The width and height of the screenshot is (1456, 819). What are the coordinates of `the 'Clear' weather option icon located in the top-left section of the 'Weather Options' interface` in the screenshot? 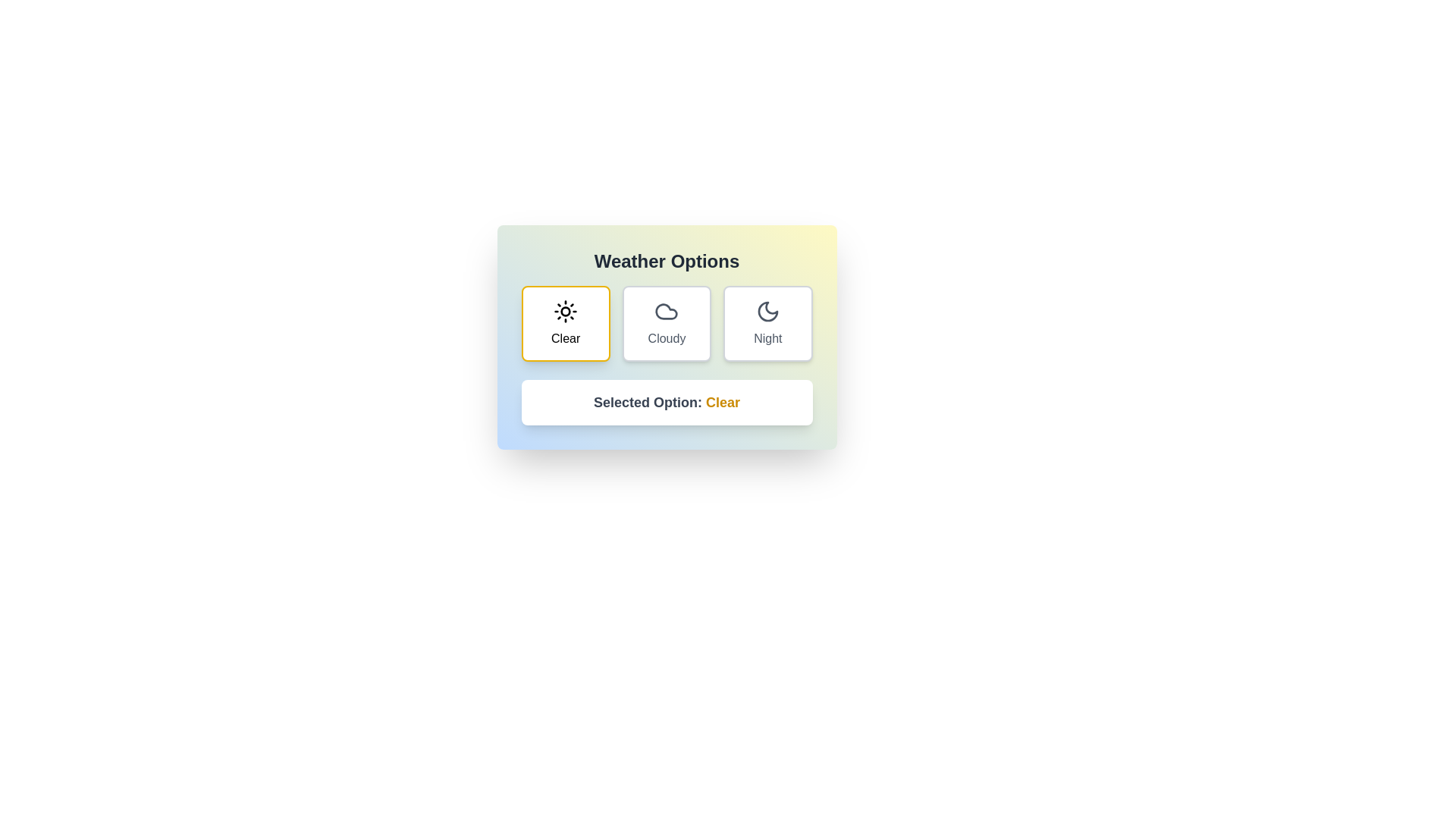 It's located at (565, 311).